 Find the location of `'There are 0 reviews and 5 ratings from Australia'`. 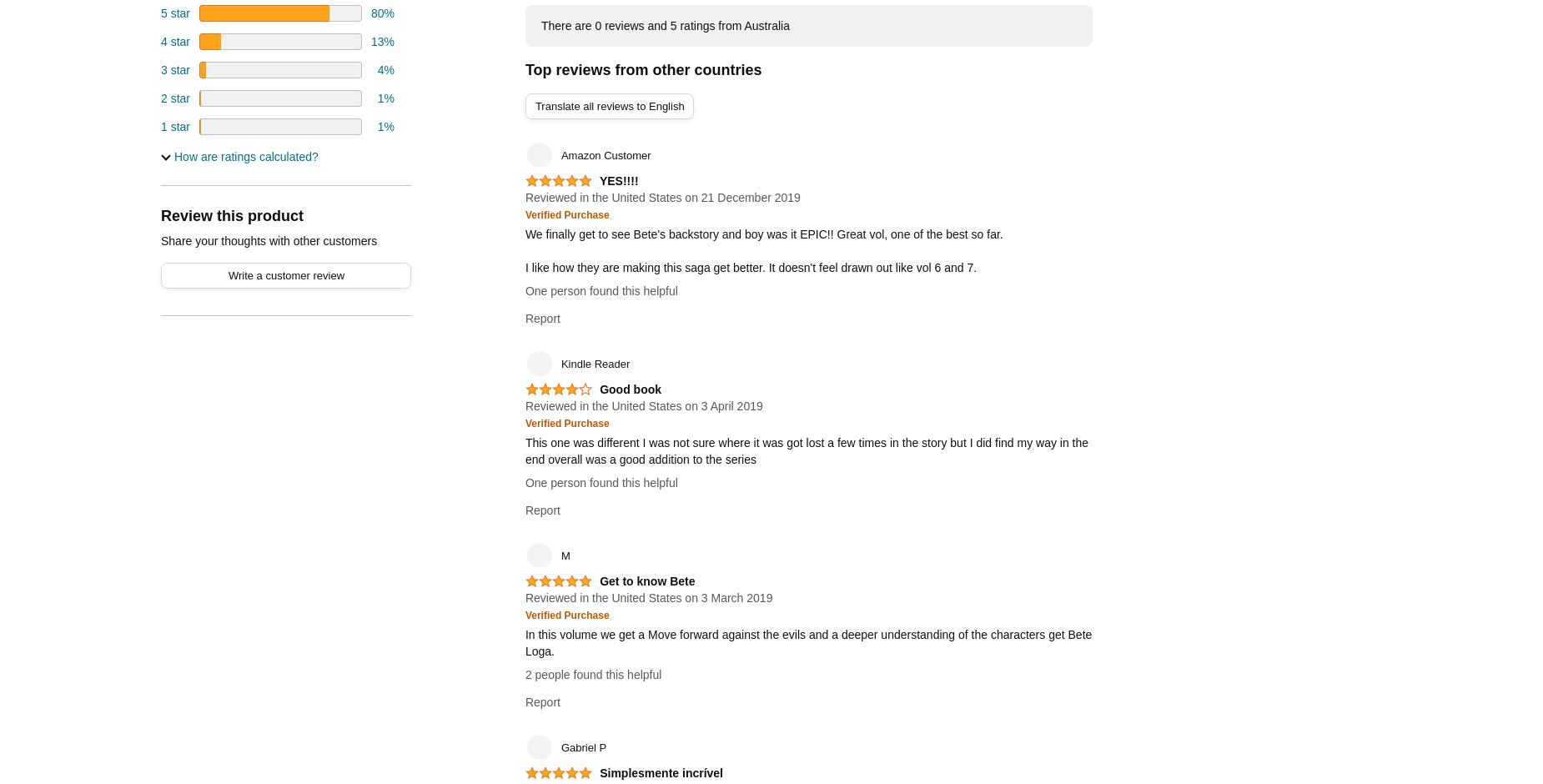

'There are 0 reviews and 5 ratings from Australia' is located at coordinates (664, 26).